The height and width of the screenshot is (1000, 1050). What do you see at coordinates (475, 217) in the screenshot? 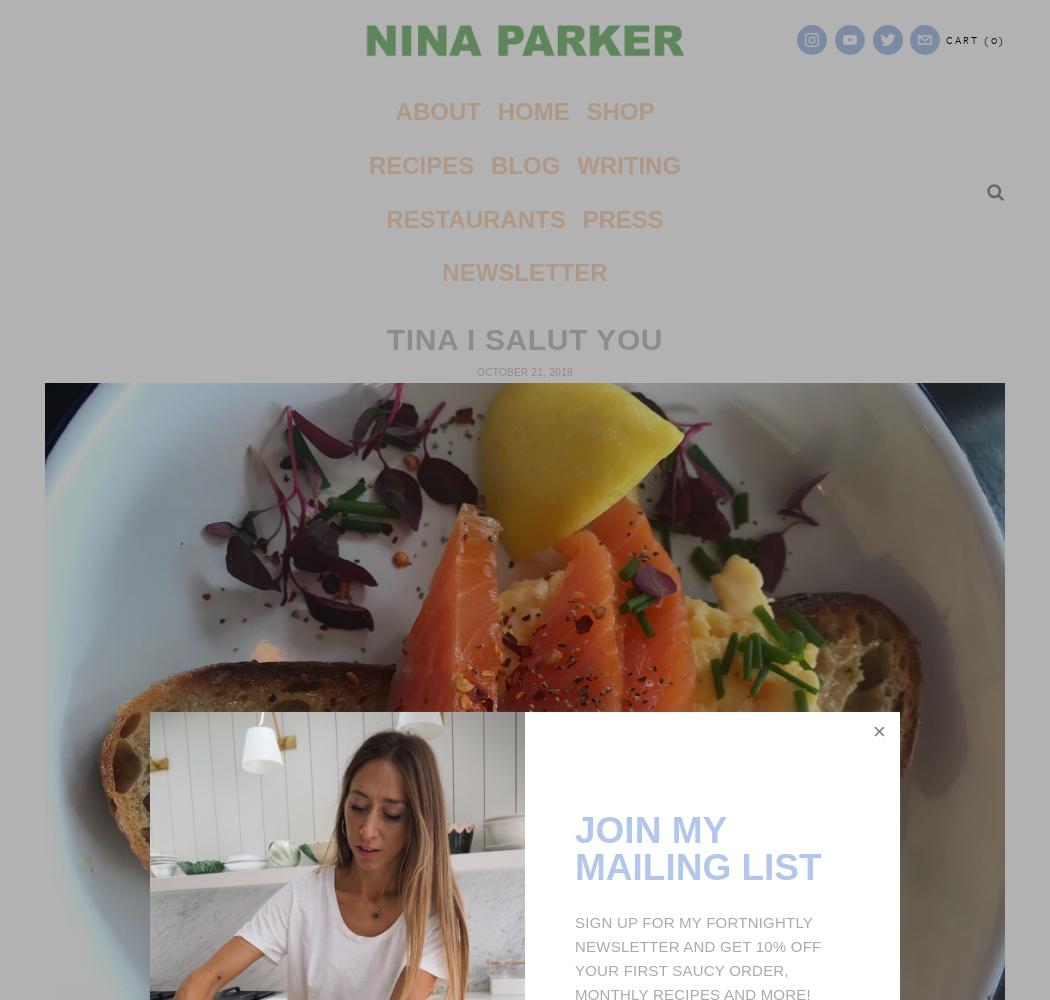
I see `'RESTAURANTS'` at bounding box center [475, 217].